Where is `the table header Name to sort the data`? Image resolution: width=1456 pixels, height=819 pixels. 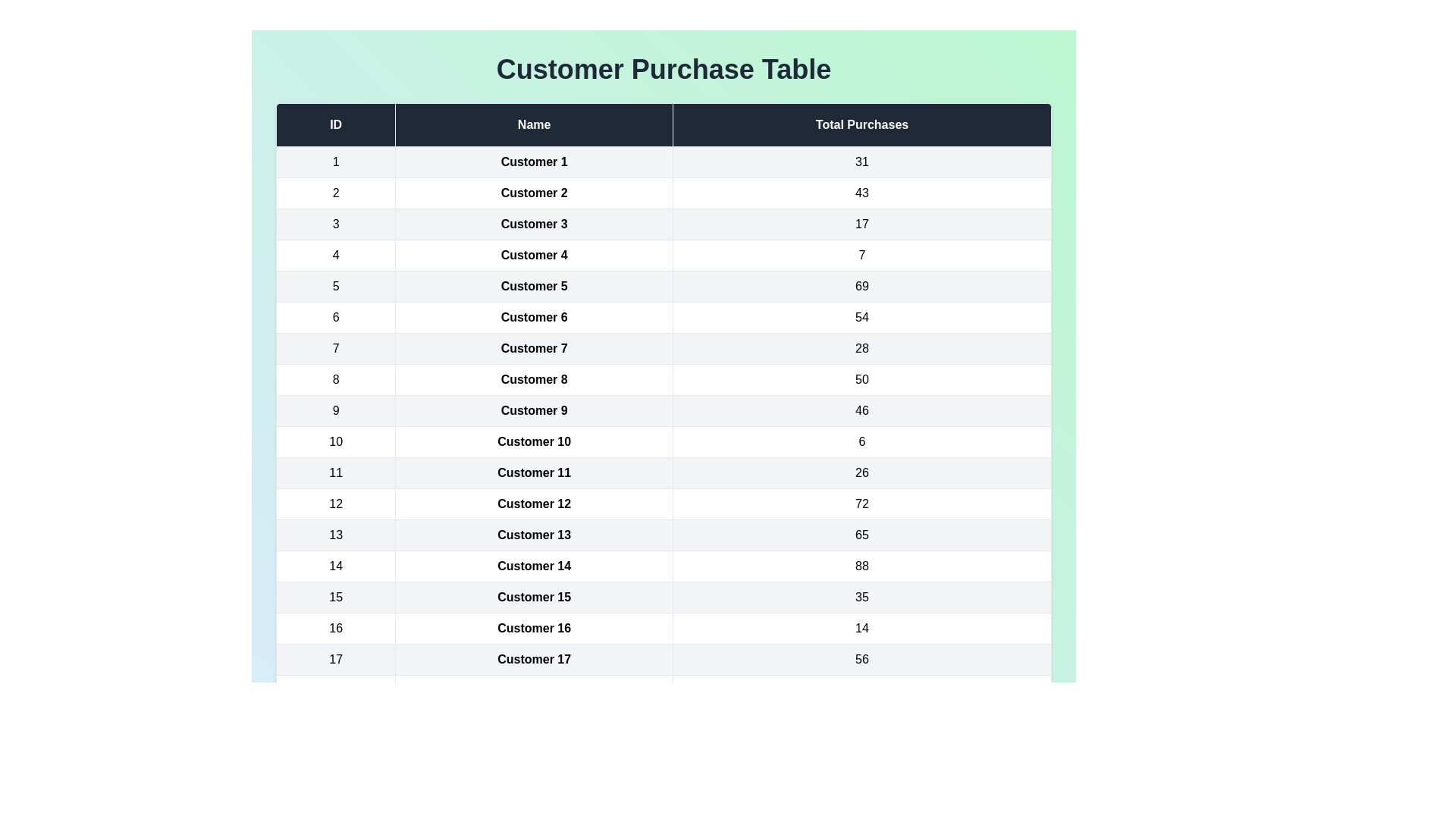 the table header Name to sort the data is located at coordinates (535, 124).